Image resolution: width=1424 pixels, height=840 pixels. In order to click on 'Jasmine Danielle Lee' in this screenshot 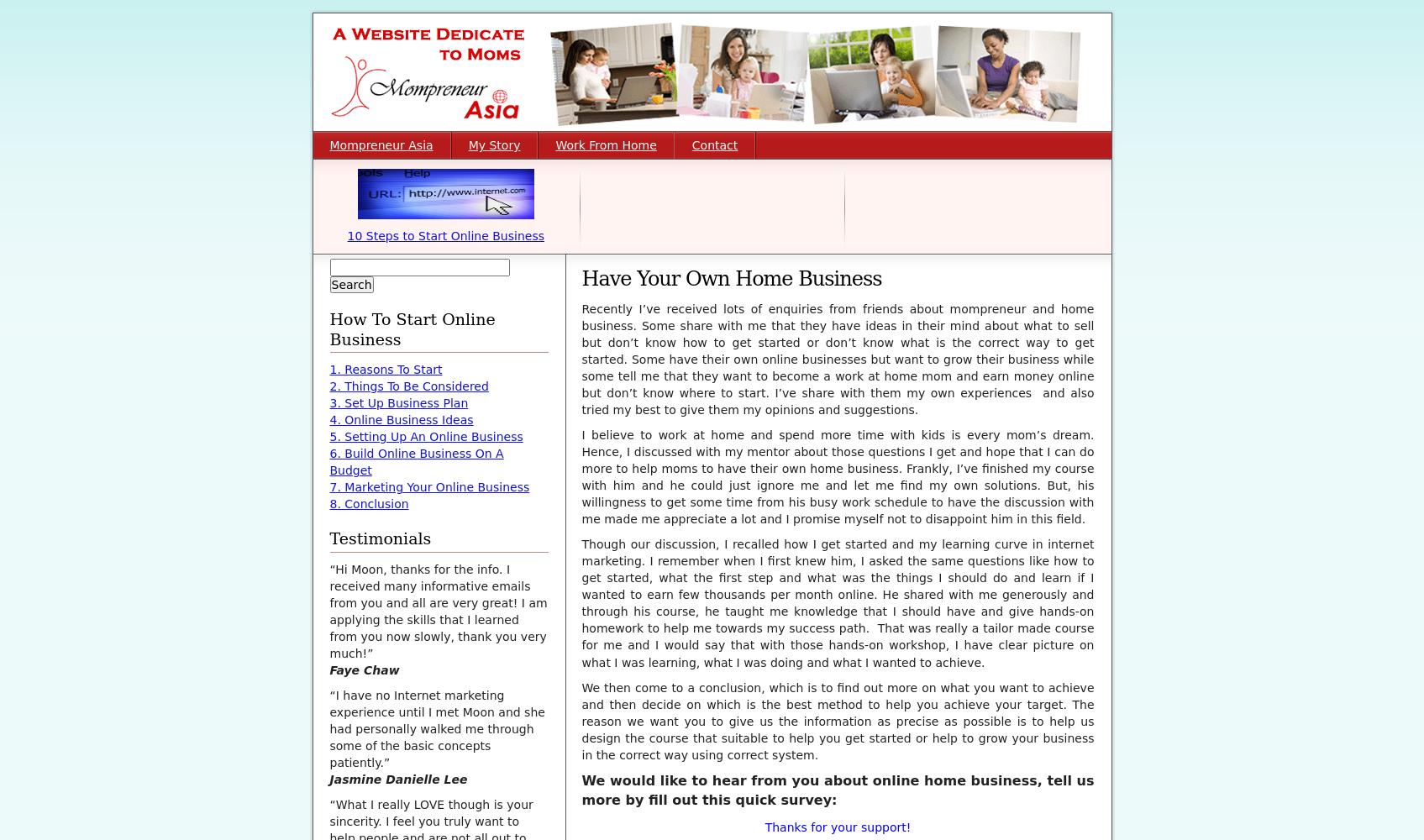, I will do `click(329, 780)`.